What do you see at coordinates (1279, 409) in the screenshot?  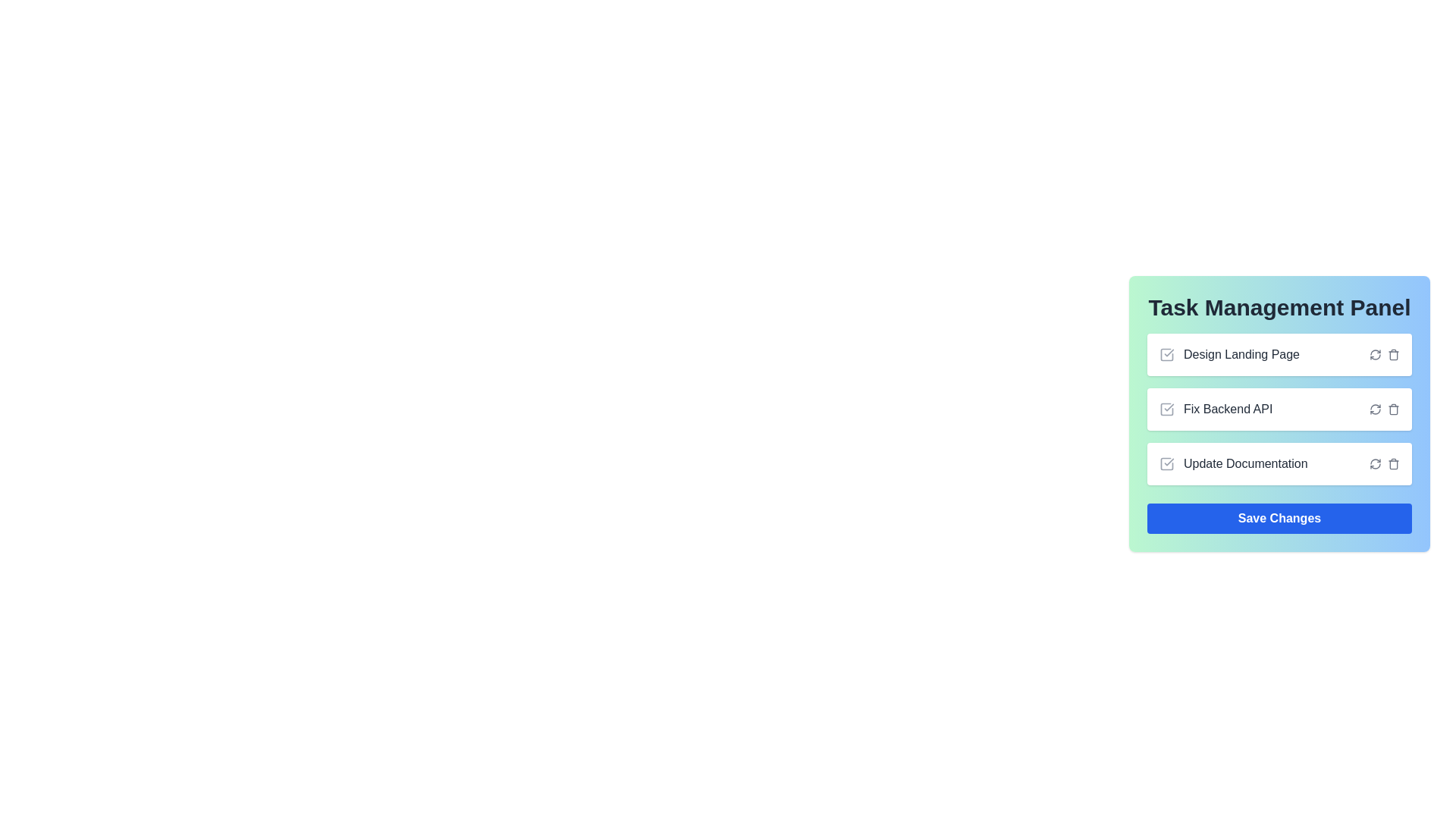 I see `the checkbox of the task list item labeled 'Fix Backend API' to mark the task as done` at bounding box center [1279, 409].